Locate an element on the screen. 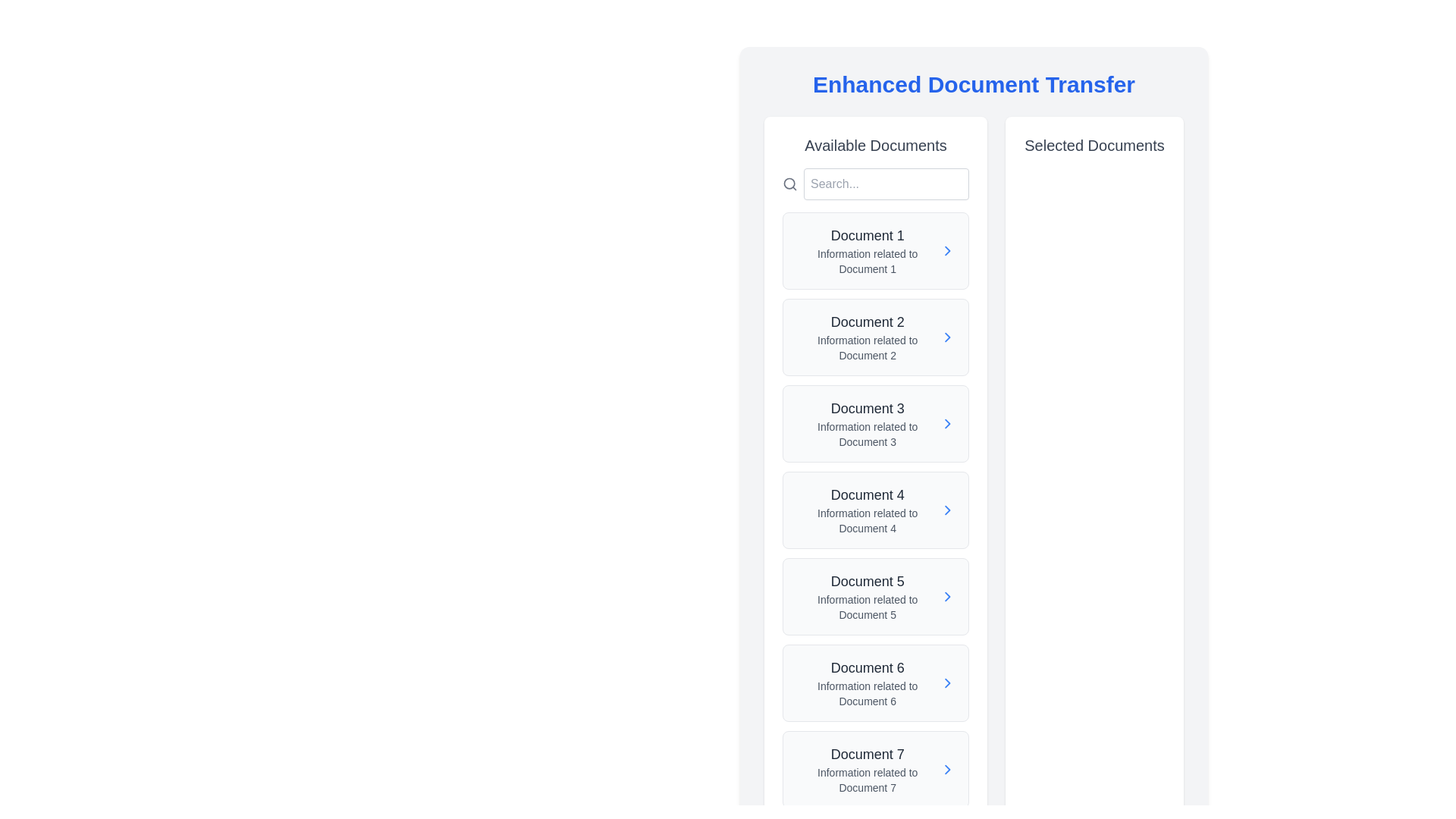  the fifth item in the 'Available Documents' section, which displays the title 'Document 5' and includes a right-arrow icon for navigation is located at coordinates (876, 595).